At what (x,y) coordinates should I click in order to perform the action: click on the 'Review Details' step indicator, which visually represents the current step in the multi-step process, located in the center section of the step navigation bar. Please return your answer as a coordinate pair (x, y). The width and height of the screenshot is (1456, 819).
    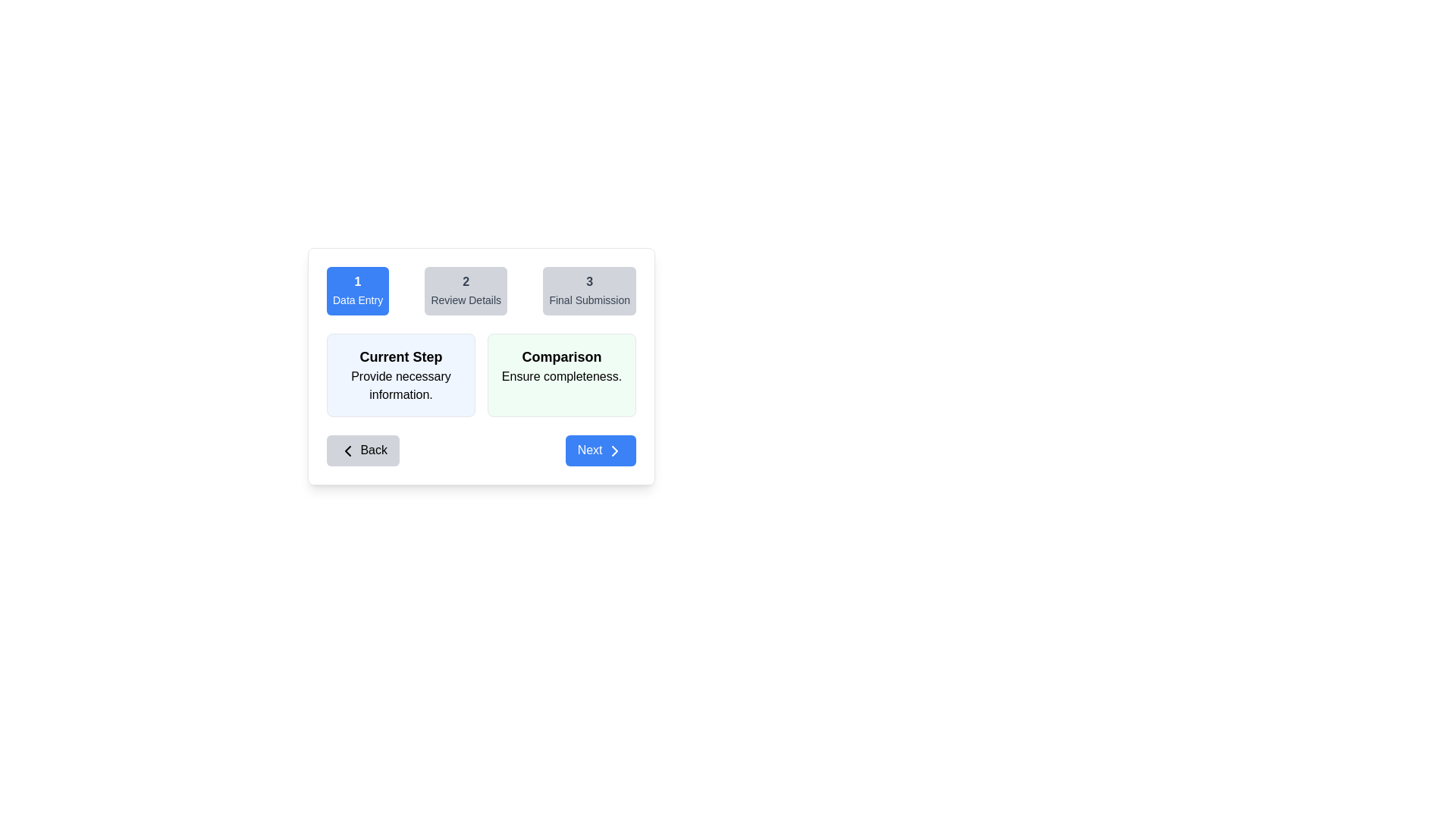
    Looking at the image, I should click on (465, 281).